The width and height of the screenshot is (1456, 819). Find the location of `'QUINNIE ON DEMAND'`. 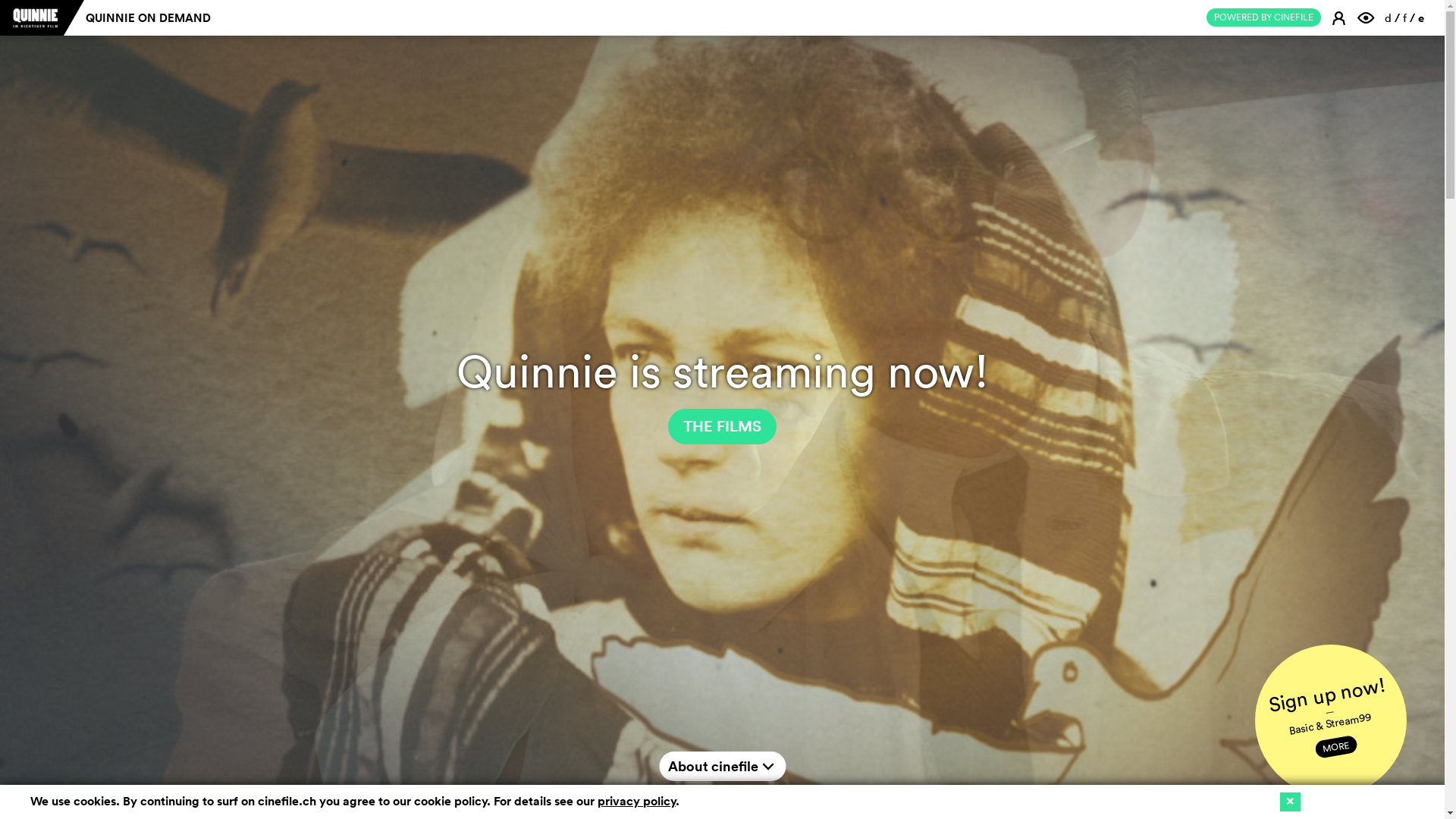

'QUINNIE ON DEMAND' is located at coordinates (148, 17).